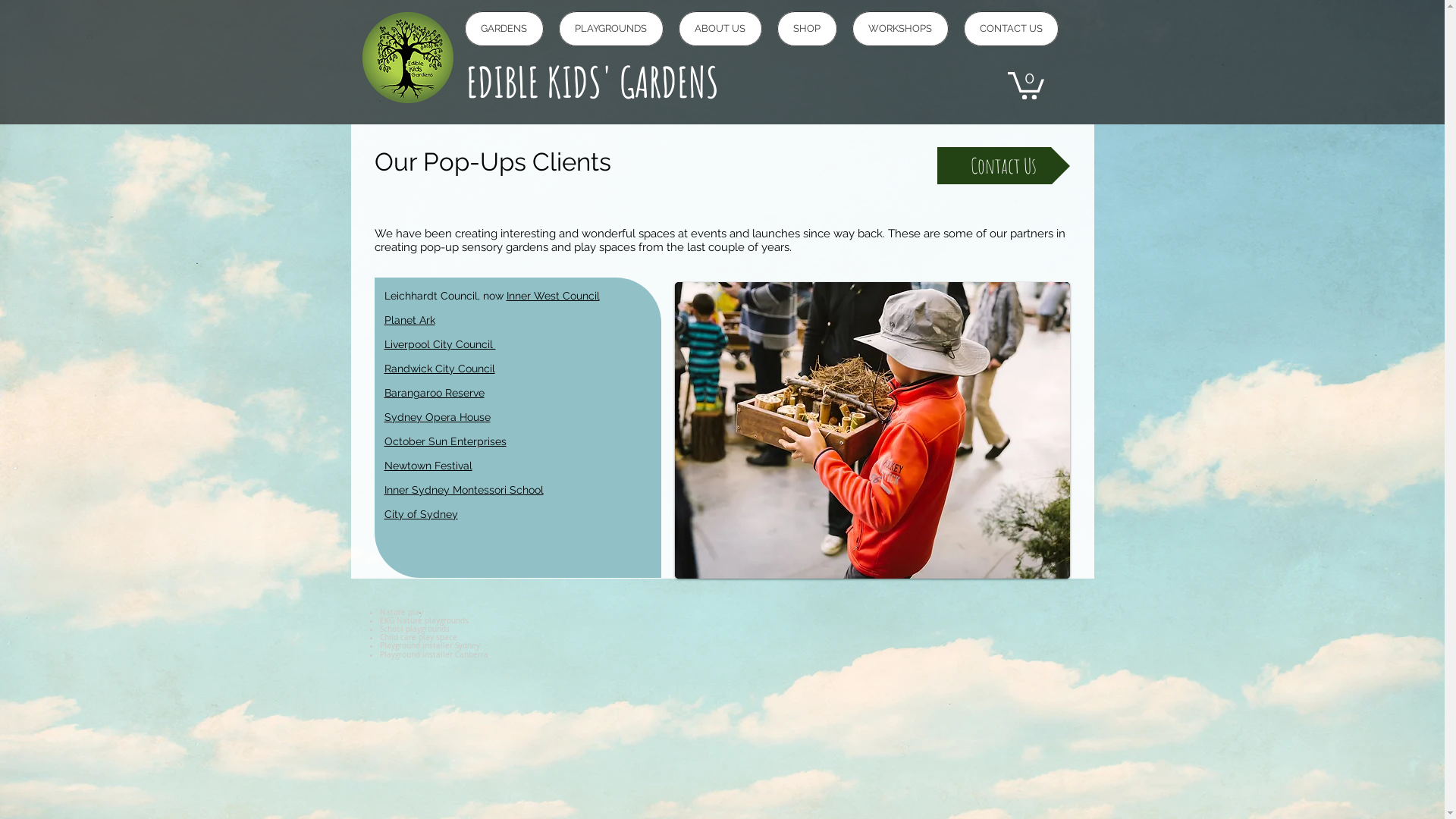  Describe the element at coordinates (462, 489) in the screenshot. I see `'Inner Sydney Montessori School'` at that location.